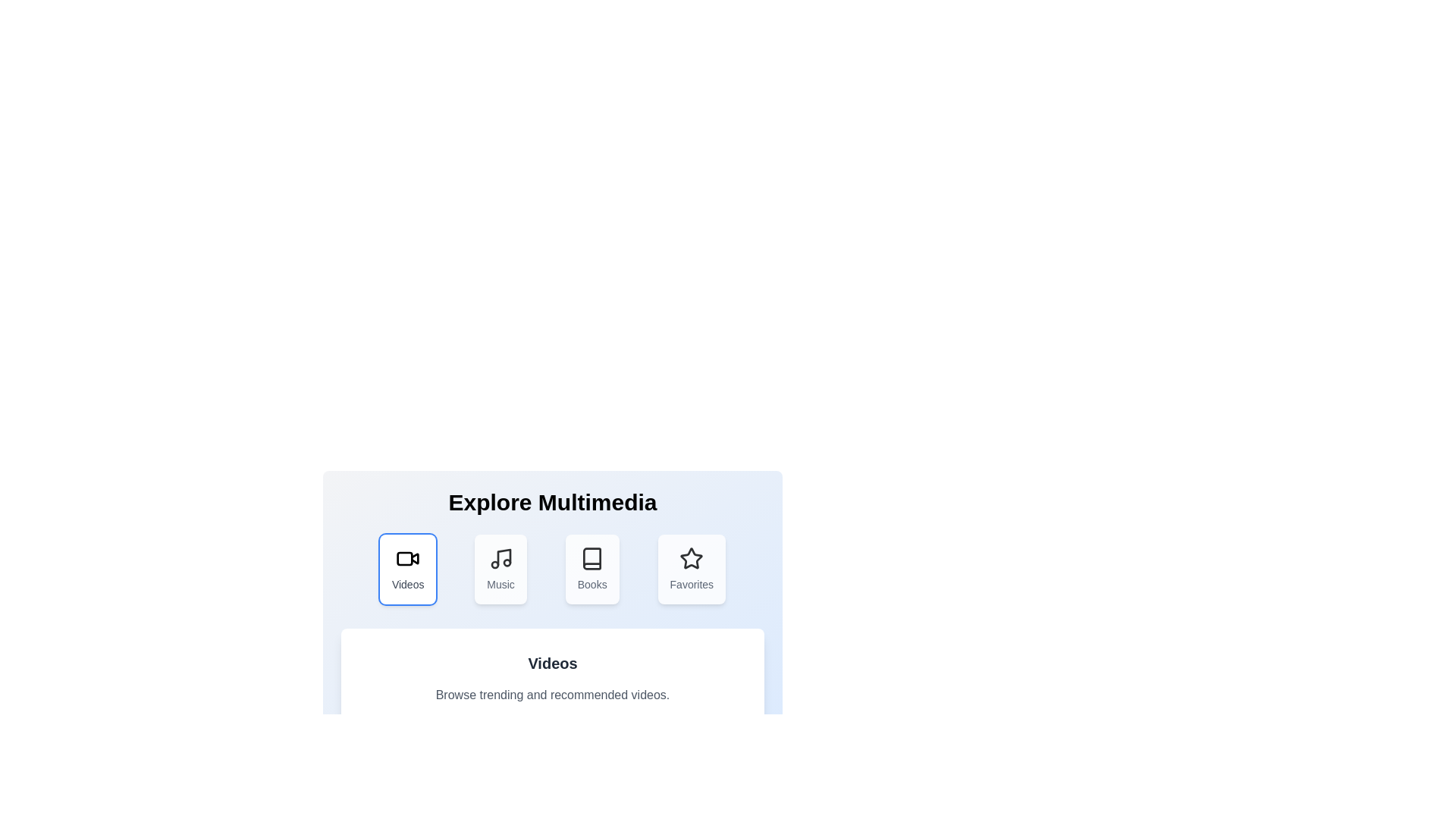  What do you see at coordinates (500, 570) in the screenshot?
I see `the tab labeled Music to view its content` at bounding box center [500, 570].